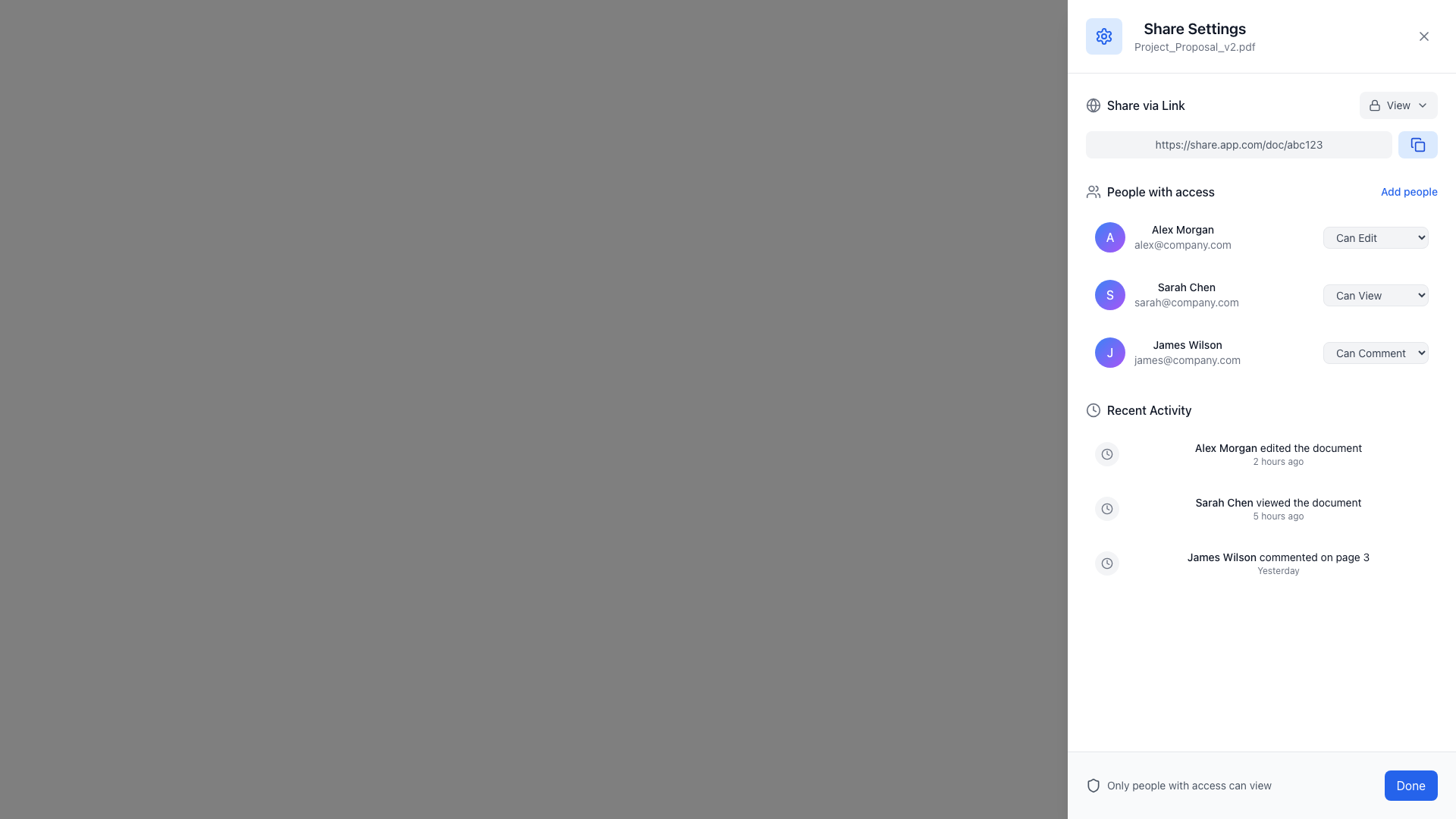  I want to click on the text display element that shows 'James Wilson commented on page 3' in the 'Recent Activity' section, so click(1277, 557).